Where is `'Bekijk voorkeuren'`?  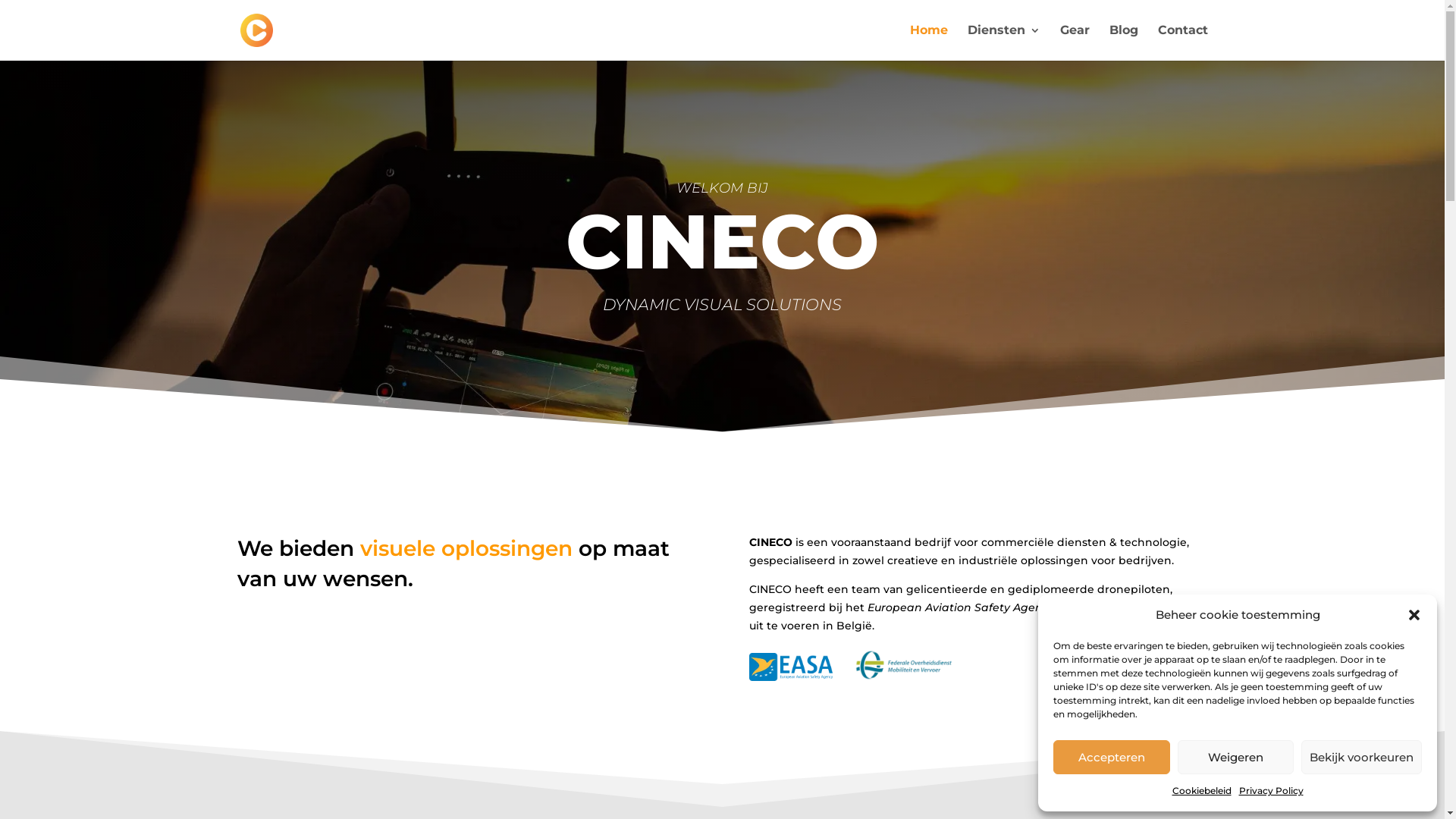 'Bekijk voorkeuren' is located at coordinates (1361, 757).